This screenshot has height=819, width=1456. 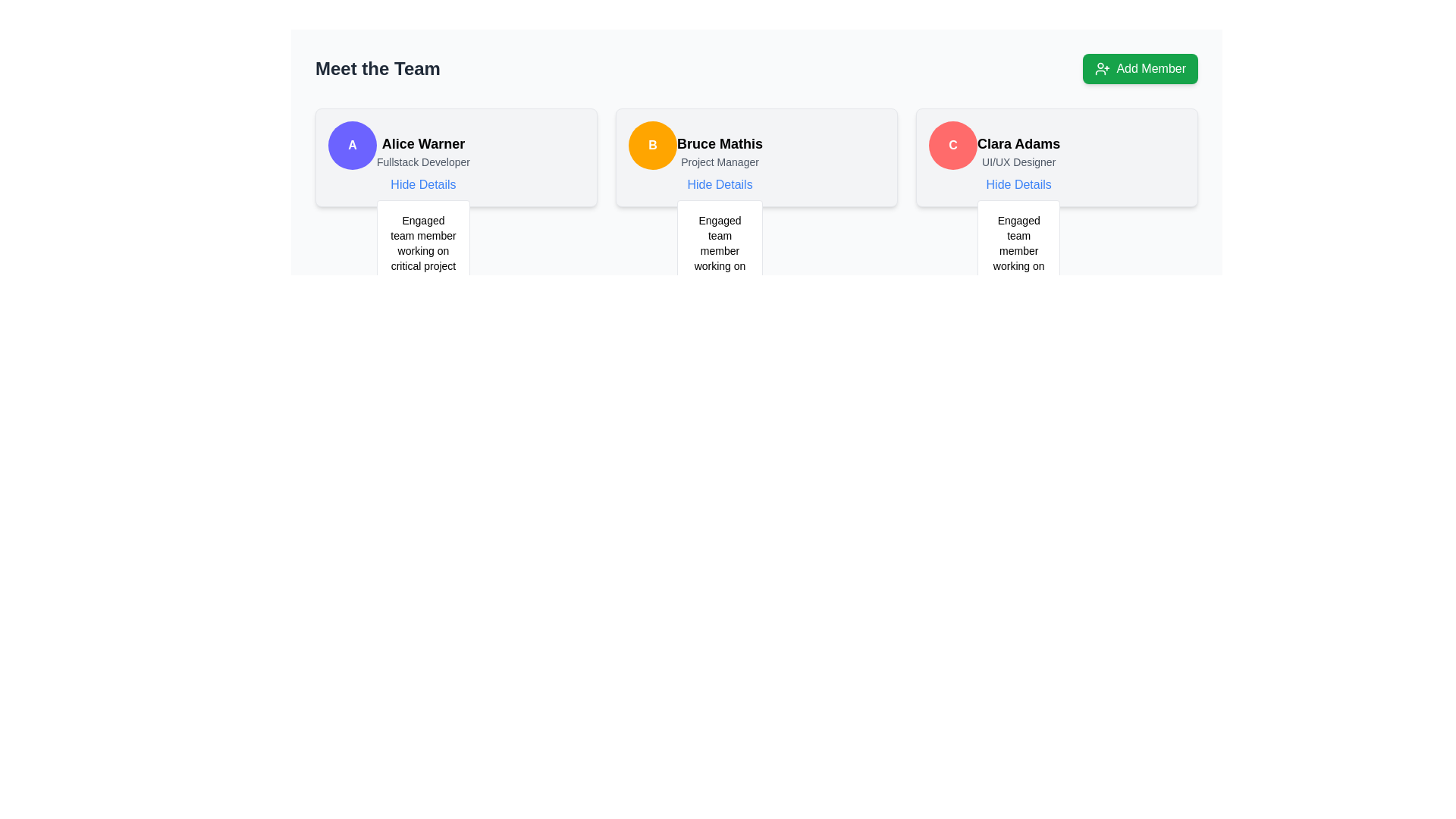 What do you see at coordinates (1018, 184) in the screenshot?
I see `the clickable link below the subtitle 'UI/UX Designer' in the card representing 'Clara Adams'` at bounding box center [1018, 184].